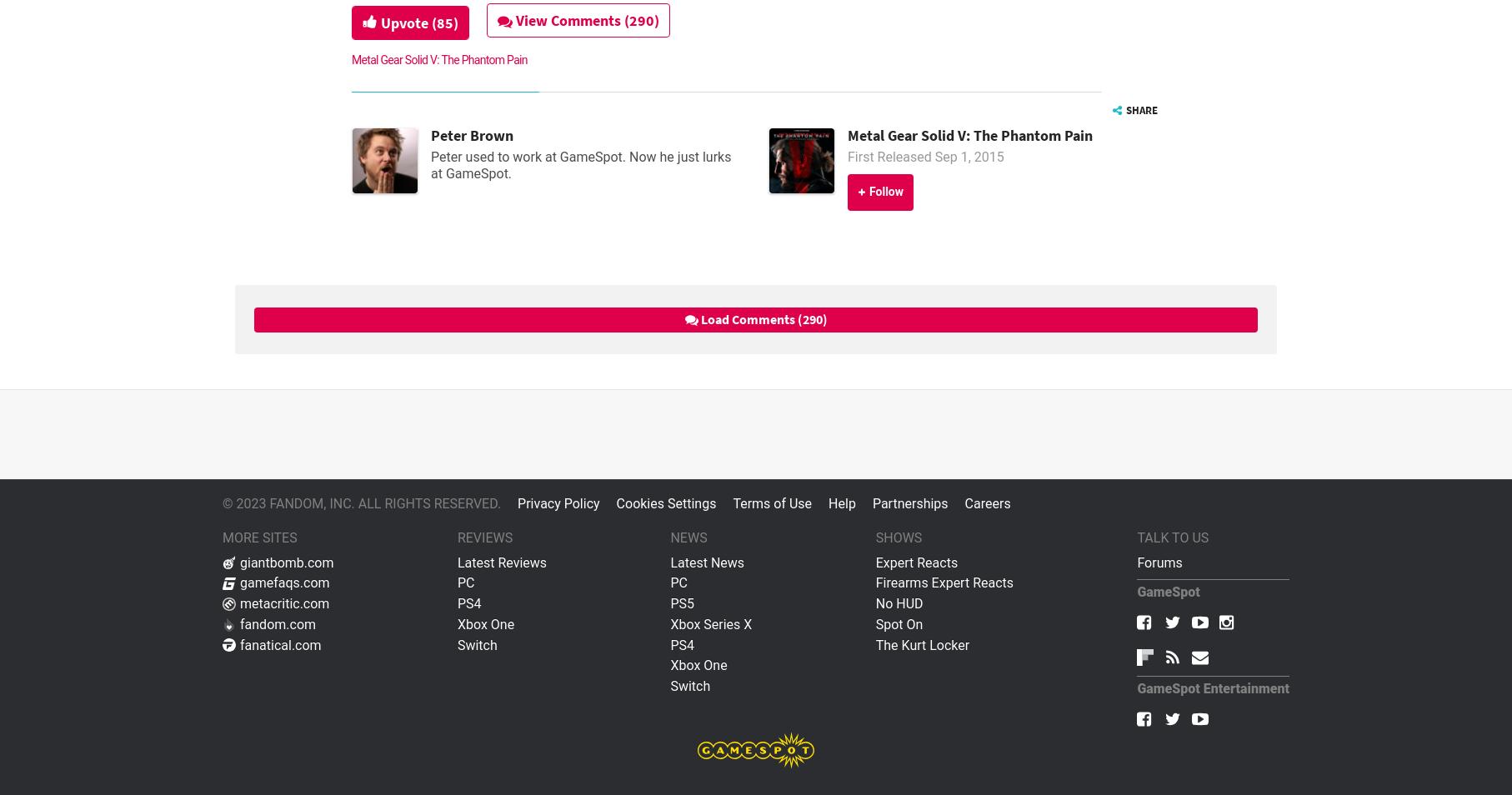 The height and width of the screenshot is (795, 1512). What do you see at coordinates (687, 536) in the screenshot?
I see `'News'` at bounding box center [687, 536].